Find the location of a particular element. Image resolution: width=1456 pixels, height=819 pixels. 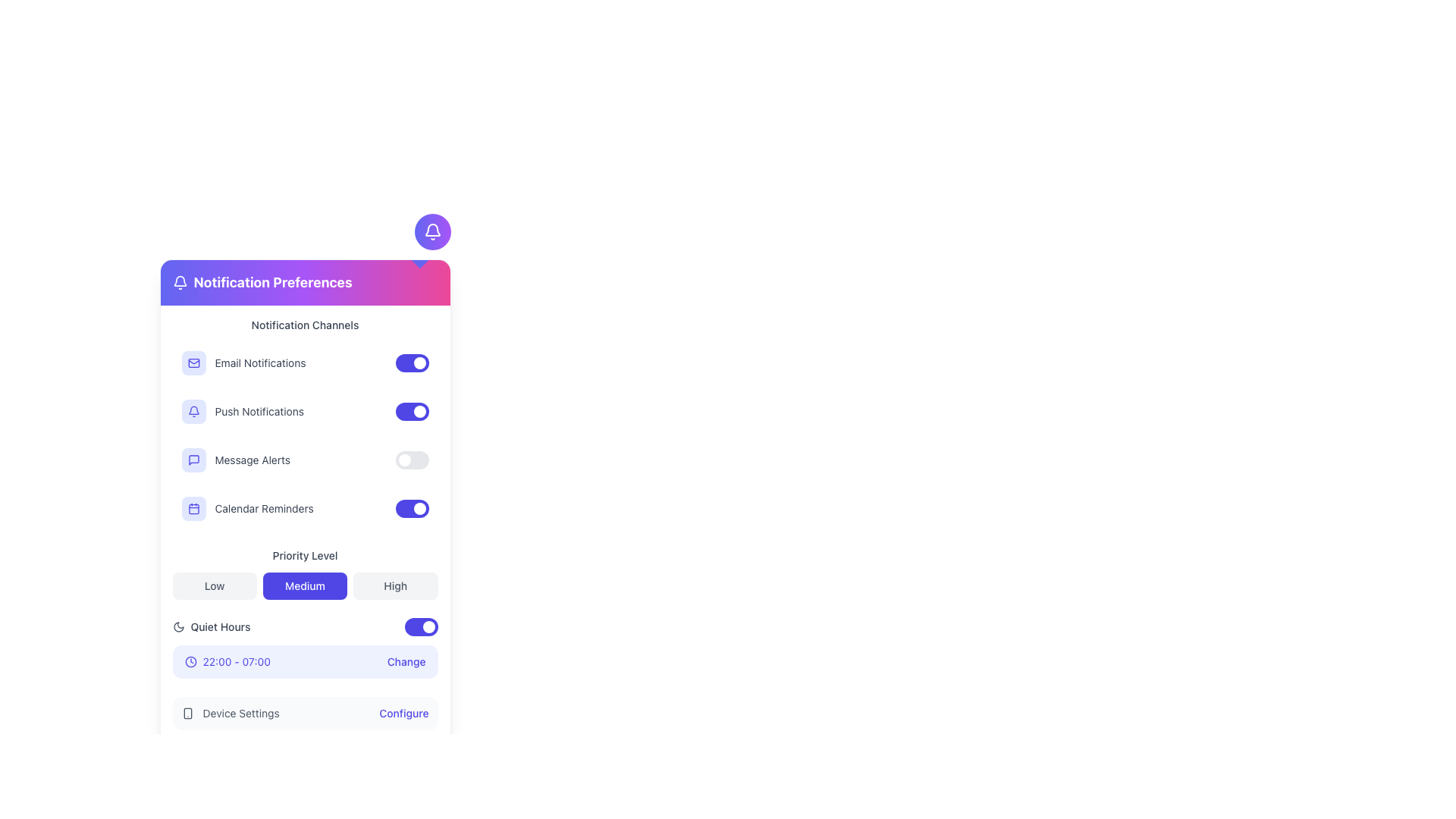

the blue rectangular vector graphic component next to the 'Email Notifications' label in the 'Notification Channels' section is located at coordinates (193, 362).